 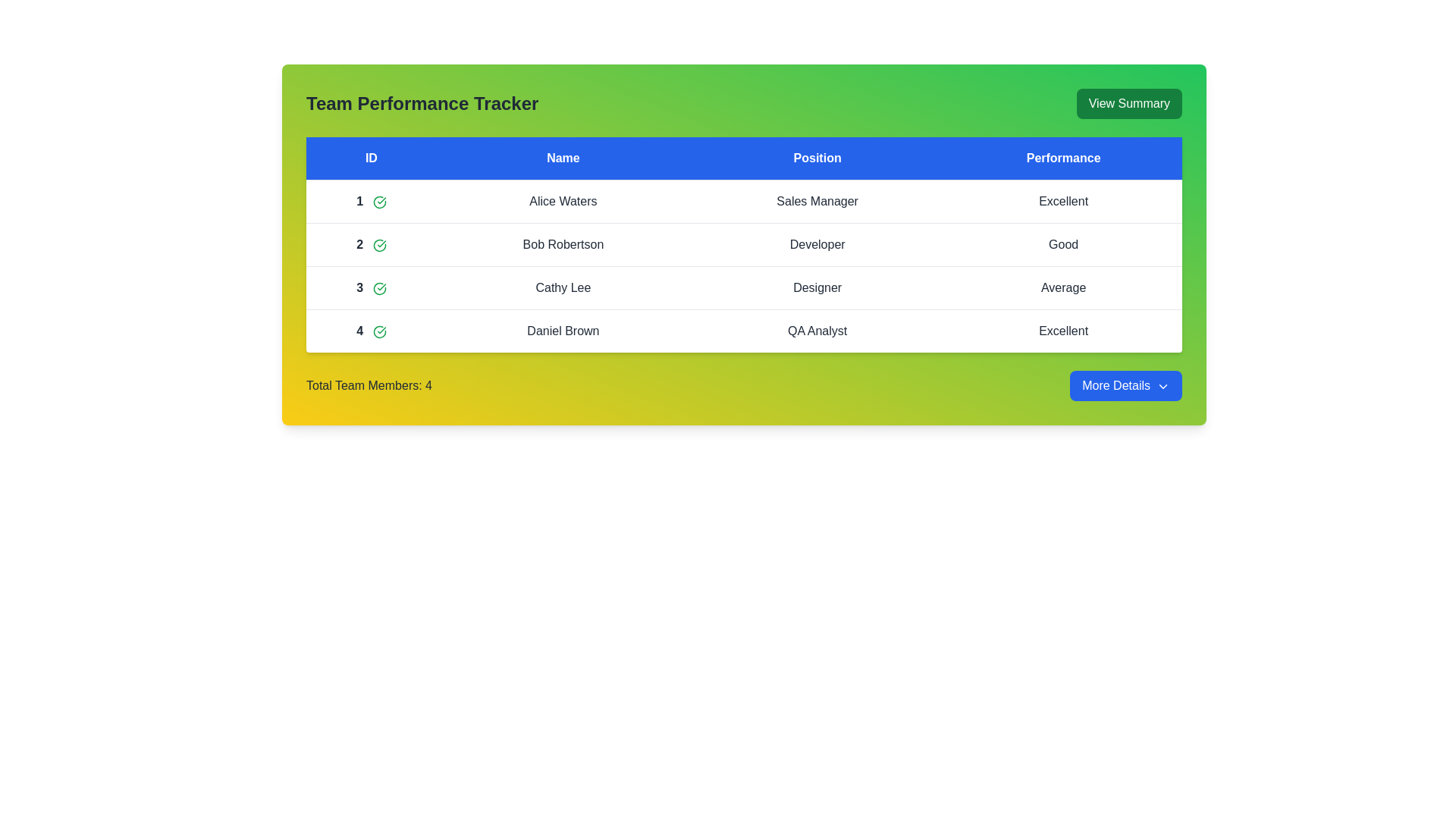 What do you see at coordinates (562, 244) in the screenshot?
I see `the row corresponding to employee Bob Robertson to inspect their details` at bounding box center [562, 244].